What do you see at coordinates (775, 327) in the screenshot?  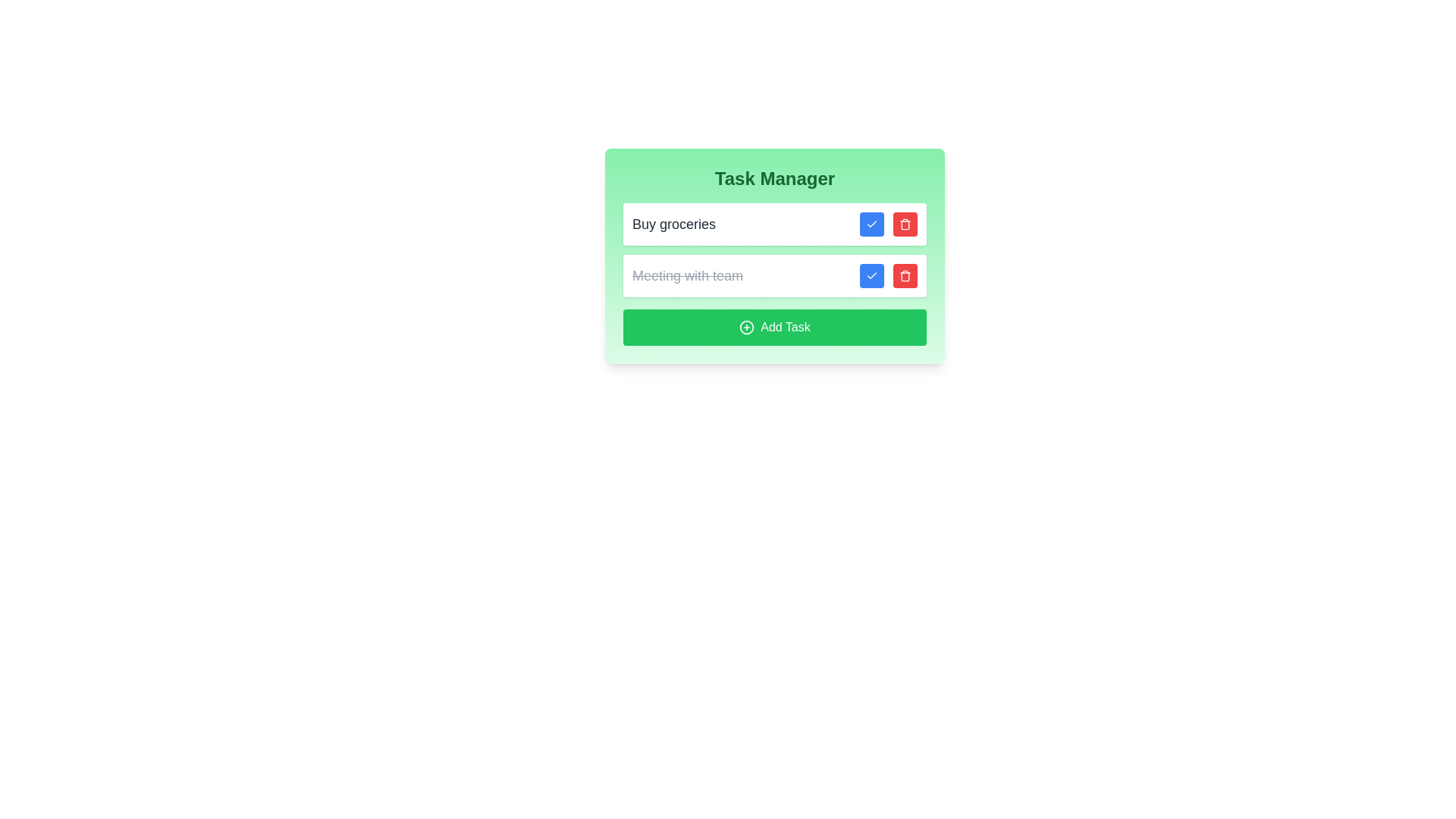 I see `the task addition button located centrally within the green-gradient panel at the bottom of the task management interface to experience the visual hover effect` at bounding box center [775, 327].